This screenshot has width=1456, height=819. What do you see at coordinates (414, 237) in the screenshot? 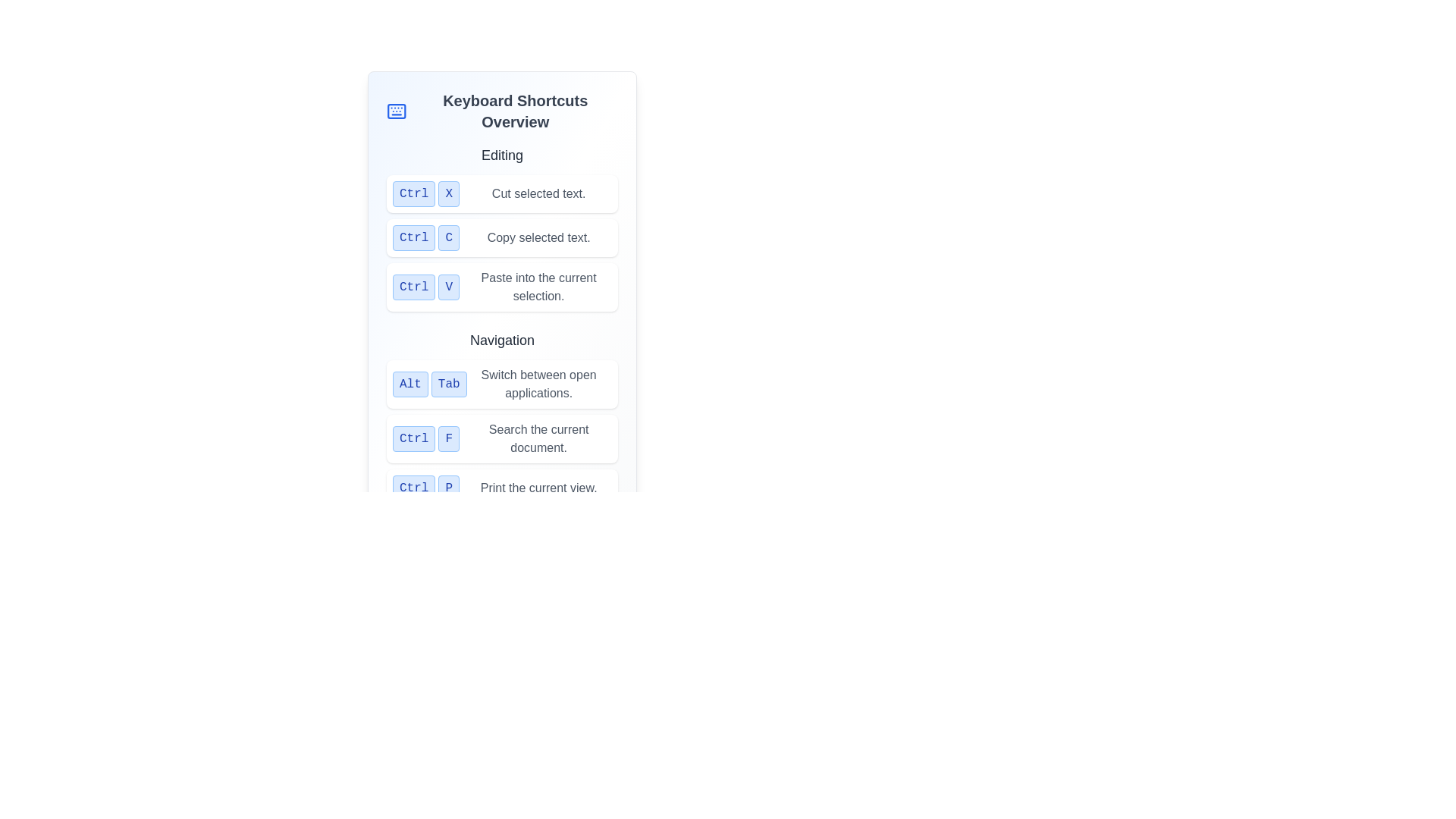
I see `the text on the 'Ctrl' key visual indicator located in the second row of shortcut keys under the 'Editing' section, positioned to the left of the 'C' button` at bounding box center [414, 237].